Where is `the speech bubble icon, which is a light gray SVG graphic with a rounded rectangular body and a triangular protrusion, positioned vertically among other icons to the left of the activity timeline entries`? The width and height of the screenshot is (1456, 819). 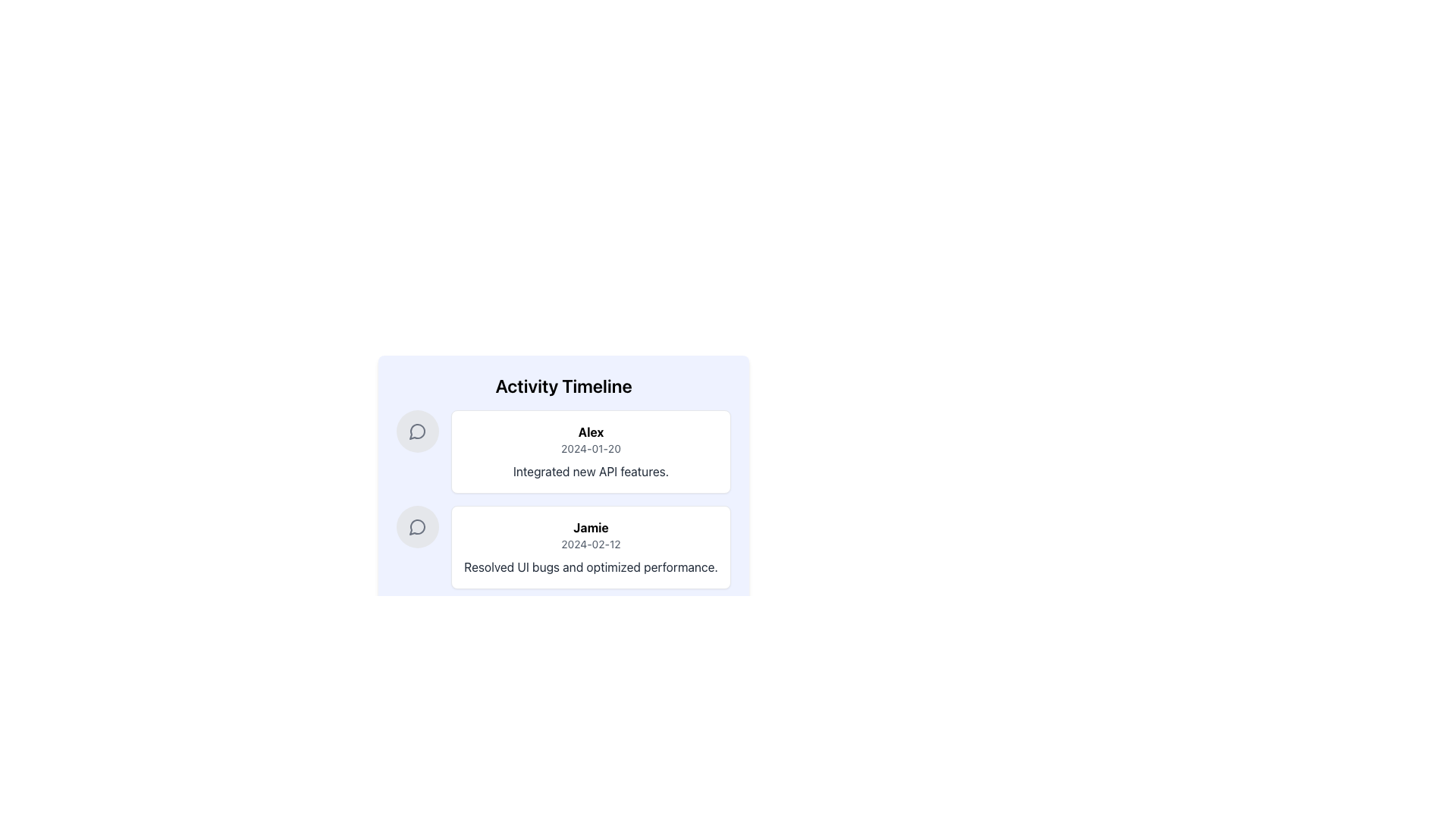
the speech bubble icon, which is a light gray SVG graphic with a rounded rectangular body and a triangular protrusion, positioned vertically among other icons to the left of the activity timeline entries is located at coordinates (417, 526).